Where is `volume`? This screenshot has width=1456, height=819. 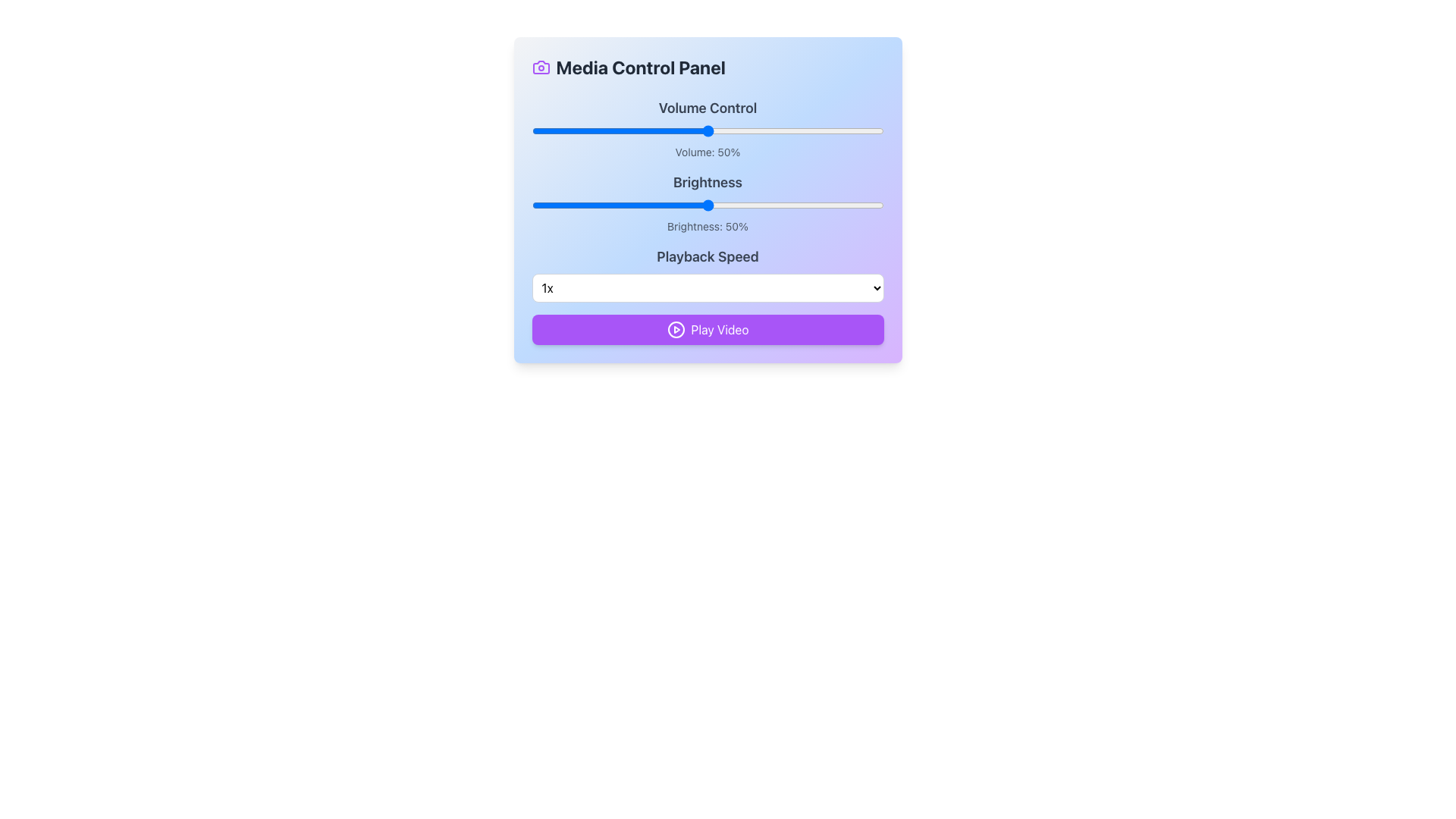
volume is located at coordinates (566, 130).